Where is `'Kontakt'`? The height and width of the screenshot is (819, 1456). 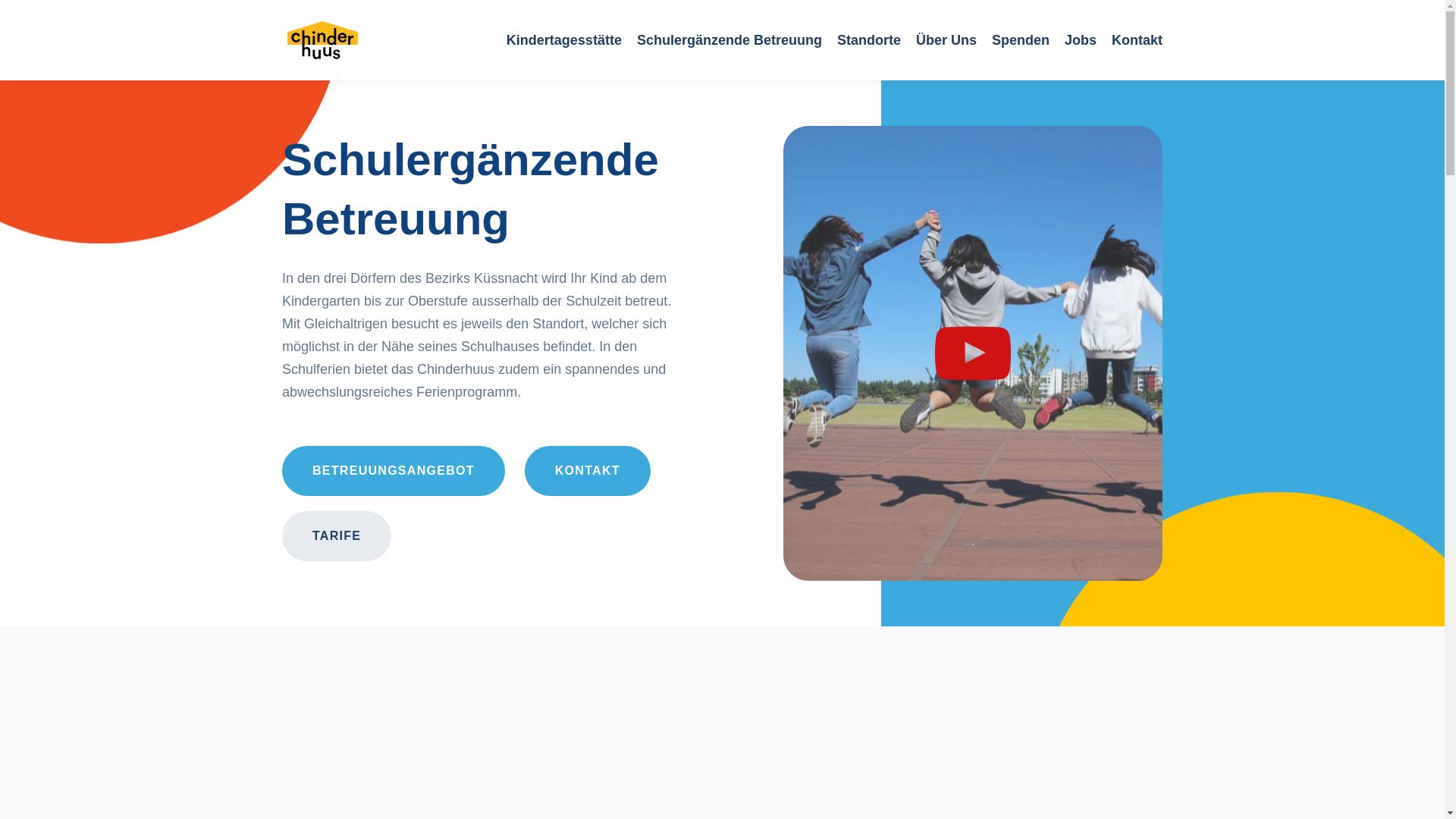
'Kontakt' is located at coordinates (1137, 39).